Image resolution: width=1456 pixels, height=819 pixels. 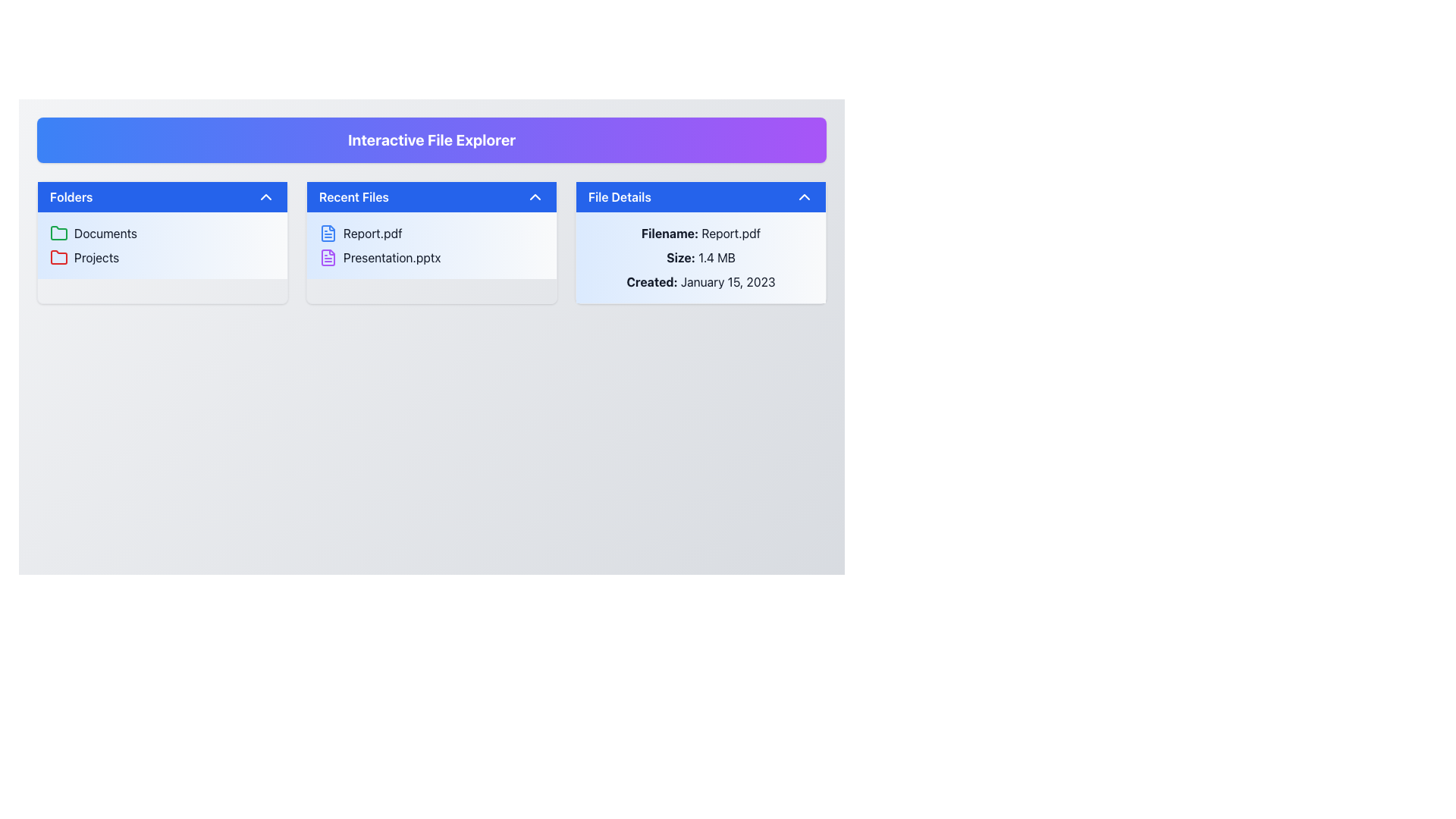 I want to click on the bold text label displaying 'Size:' located in the 'File Details' section on the far-right column, above the file size text, so click(x=679, y=256).